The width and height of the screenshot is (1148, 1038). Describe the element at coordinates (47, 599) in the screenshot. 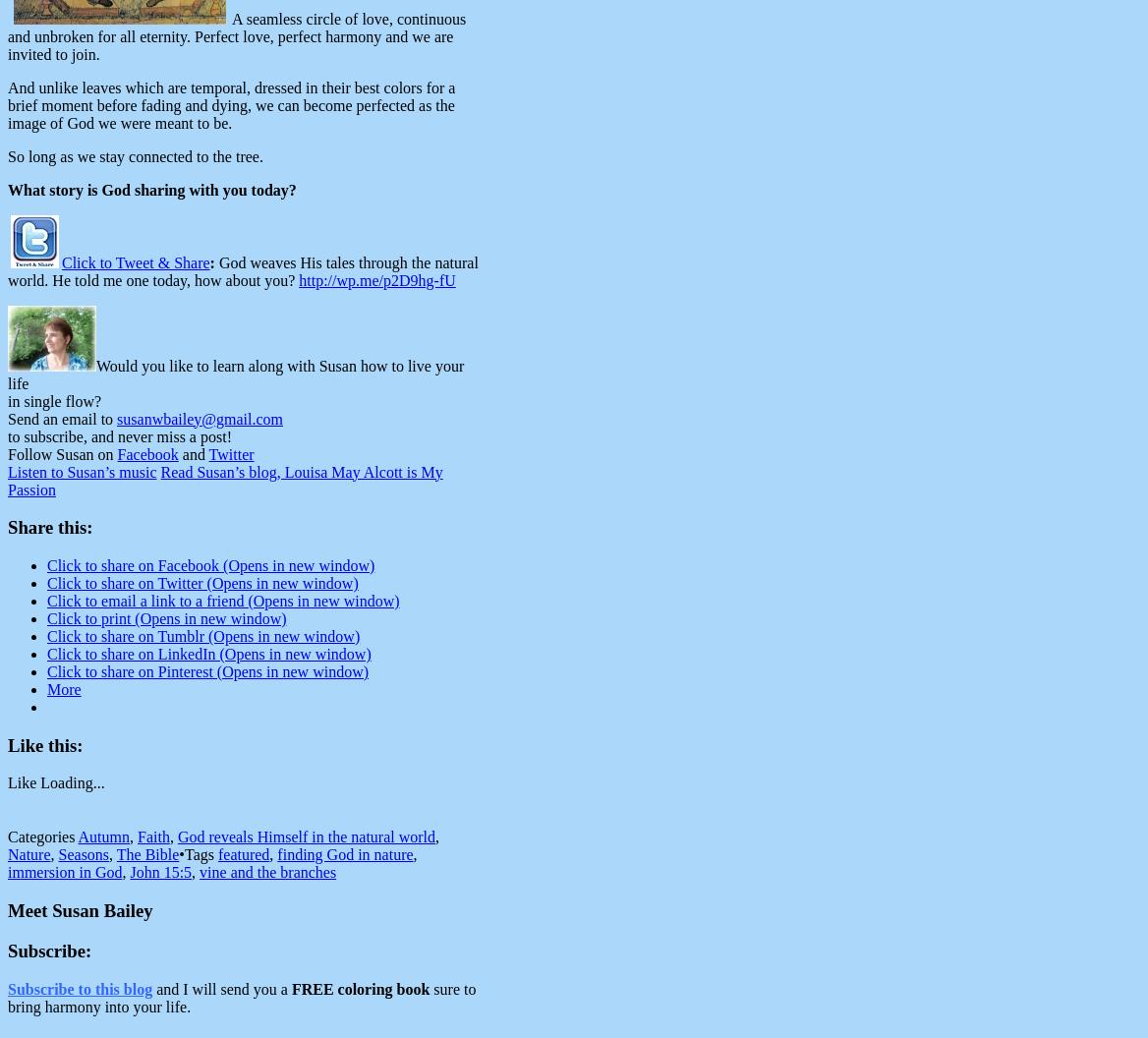

I see `'Click to email a link to a friend (Opens in new window)'` at that location.